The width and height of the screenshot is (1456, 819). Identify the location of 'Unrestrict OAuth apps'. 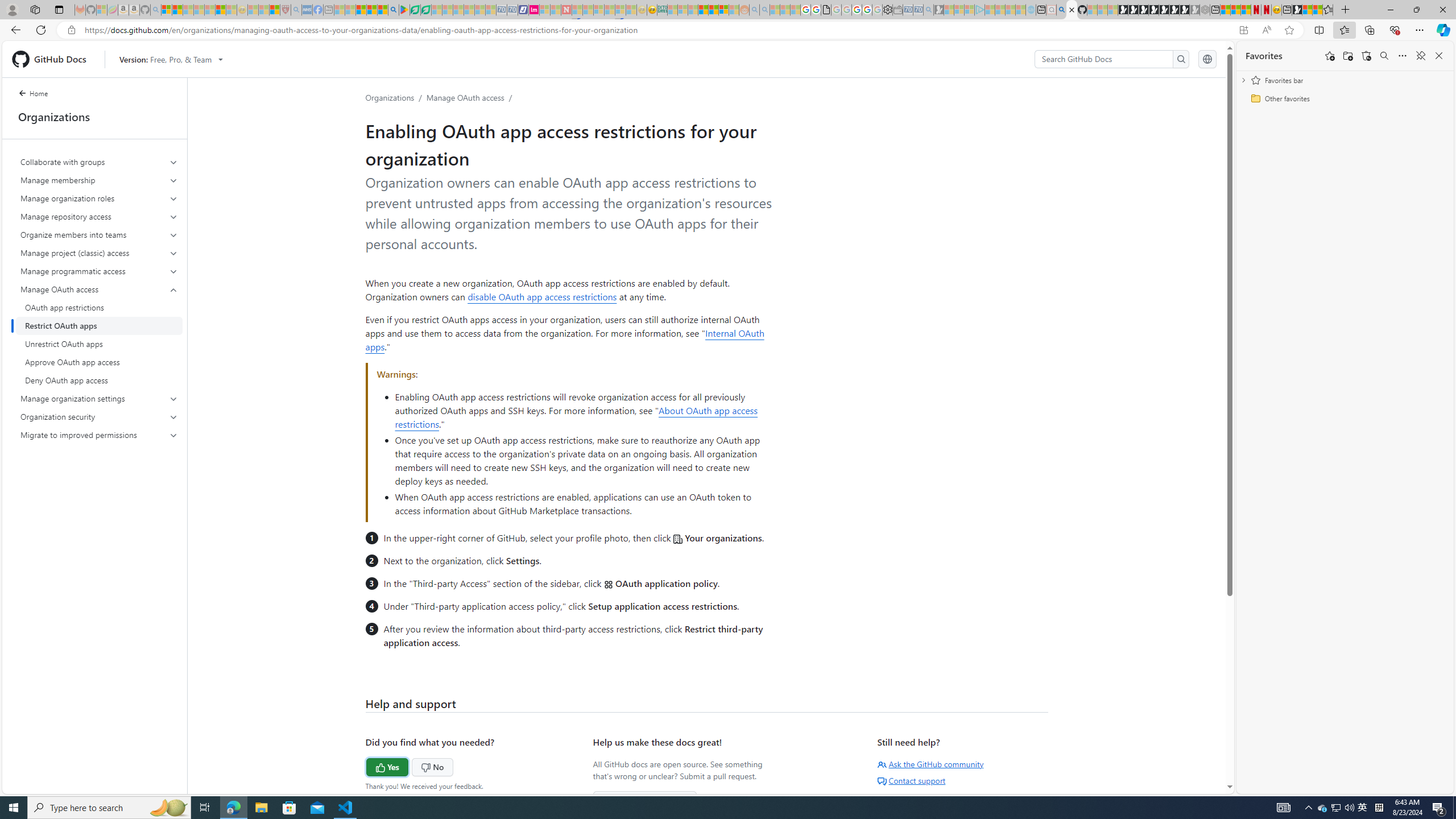
(99, 344).